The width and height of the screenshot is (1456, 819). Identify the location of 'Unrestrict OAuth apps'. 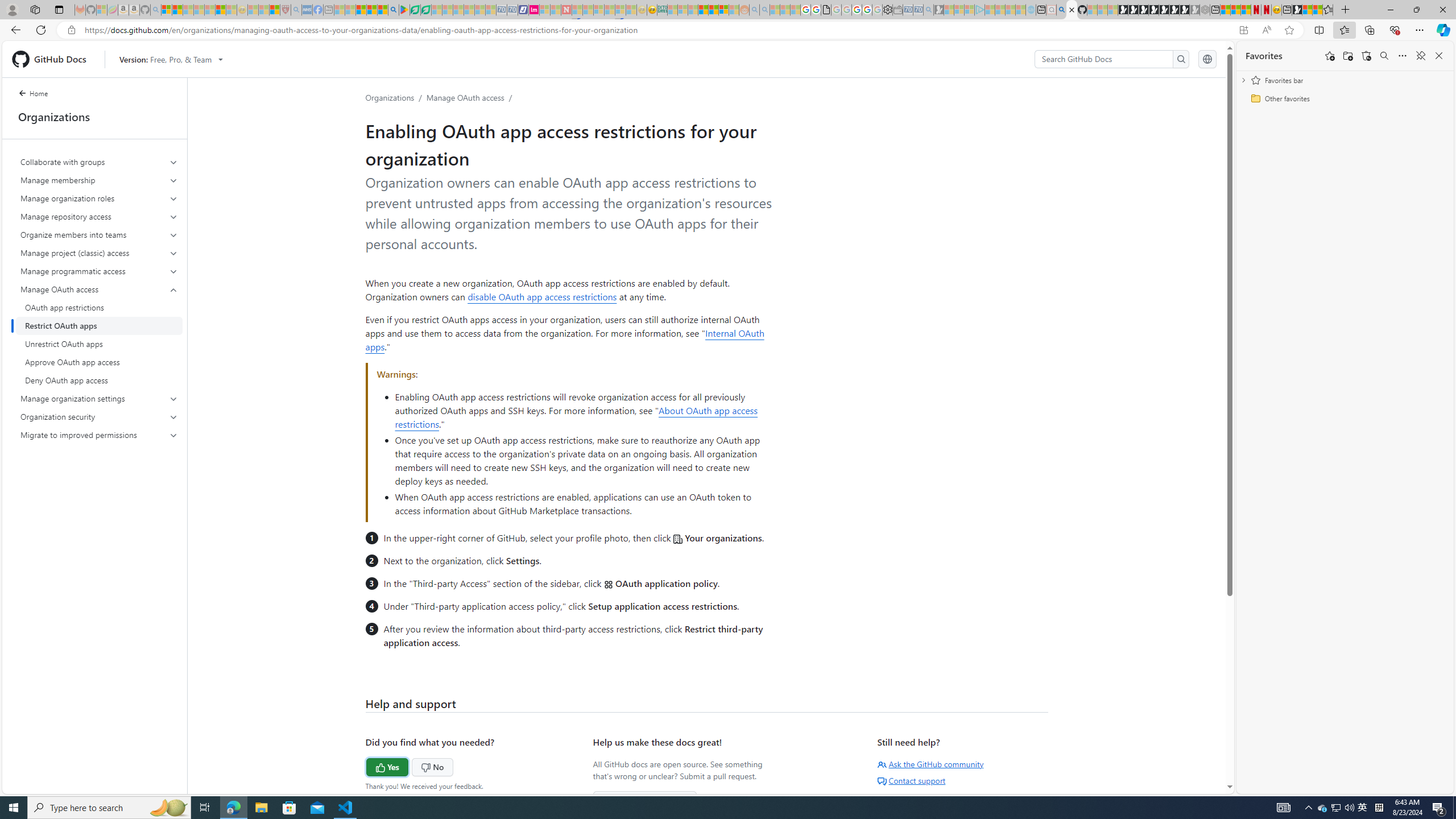
(99, 344).